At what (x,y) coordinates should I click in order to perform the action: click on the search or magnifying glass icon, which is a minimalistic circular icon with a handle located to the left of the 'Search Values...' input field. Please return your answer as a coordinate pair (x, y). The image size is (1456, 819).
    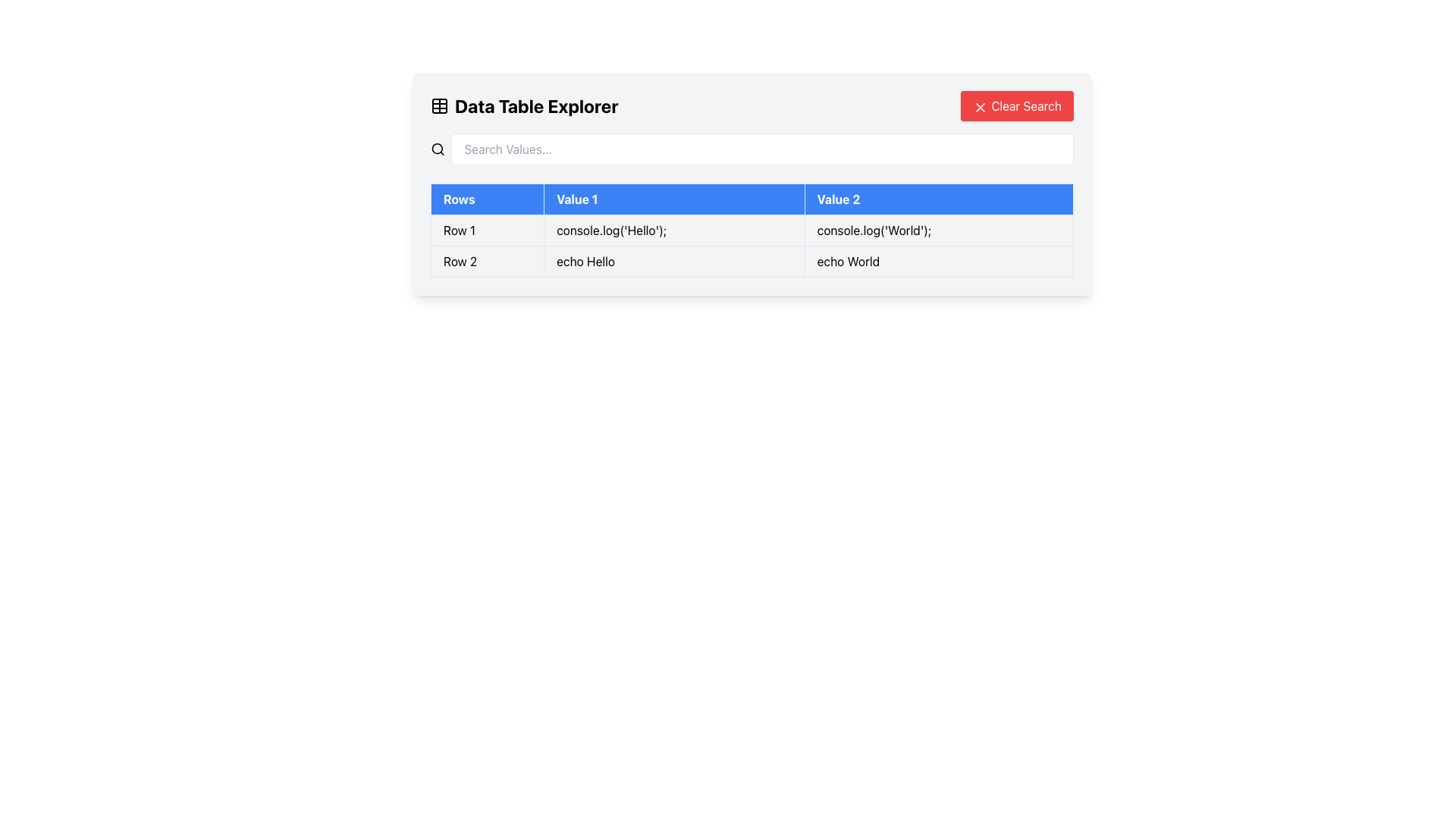
    Looking at the image, I should click on (437, 149).